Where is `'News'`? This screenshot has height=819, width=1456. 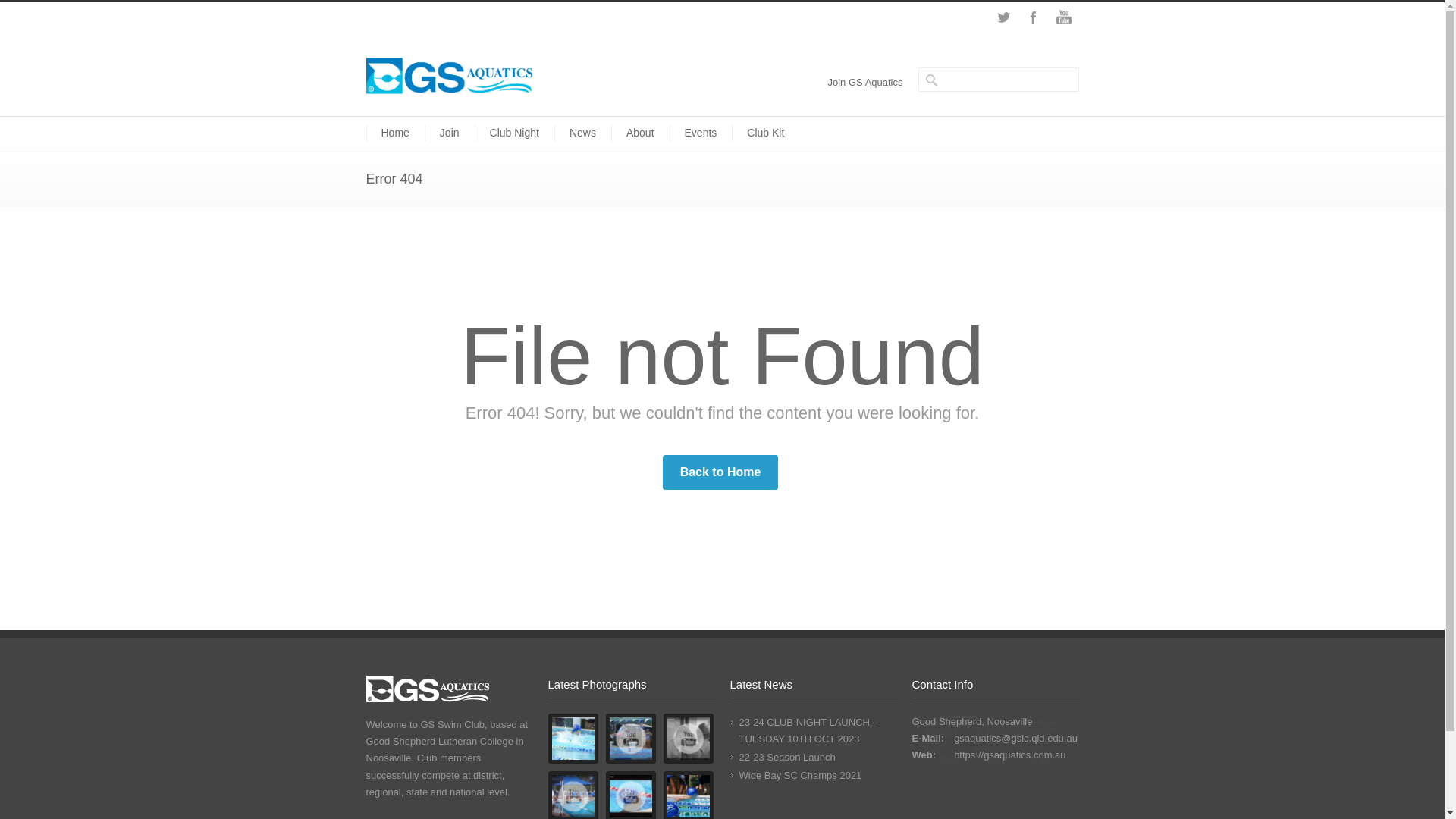
'News' is located at coordinates (582, 131).